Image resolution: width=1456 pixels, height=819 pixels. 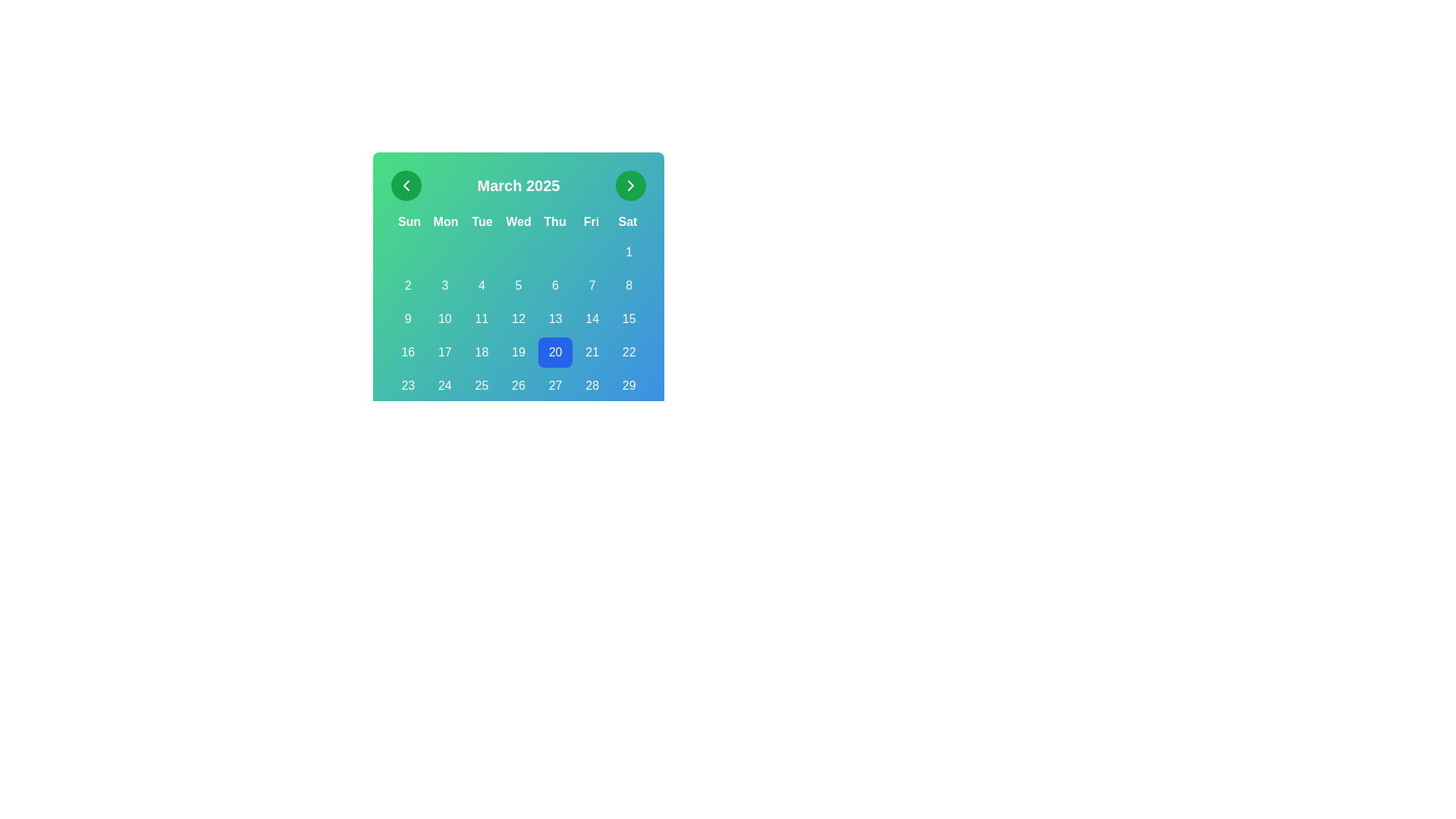 What do you see at coordinates (519, 267) in the screenshot?
I see `the date within the Interactive calendar widget` at bounding box center [519, 267].